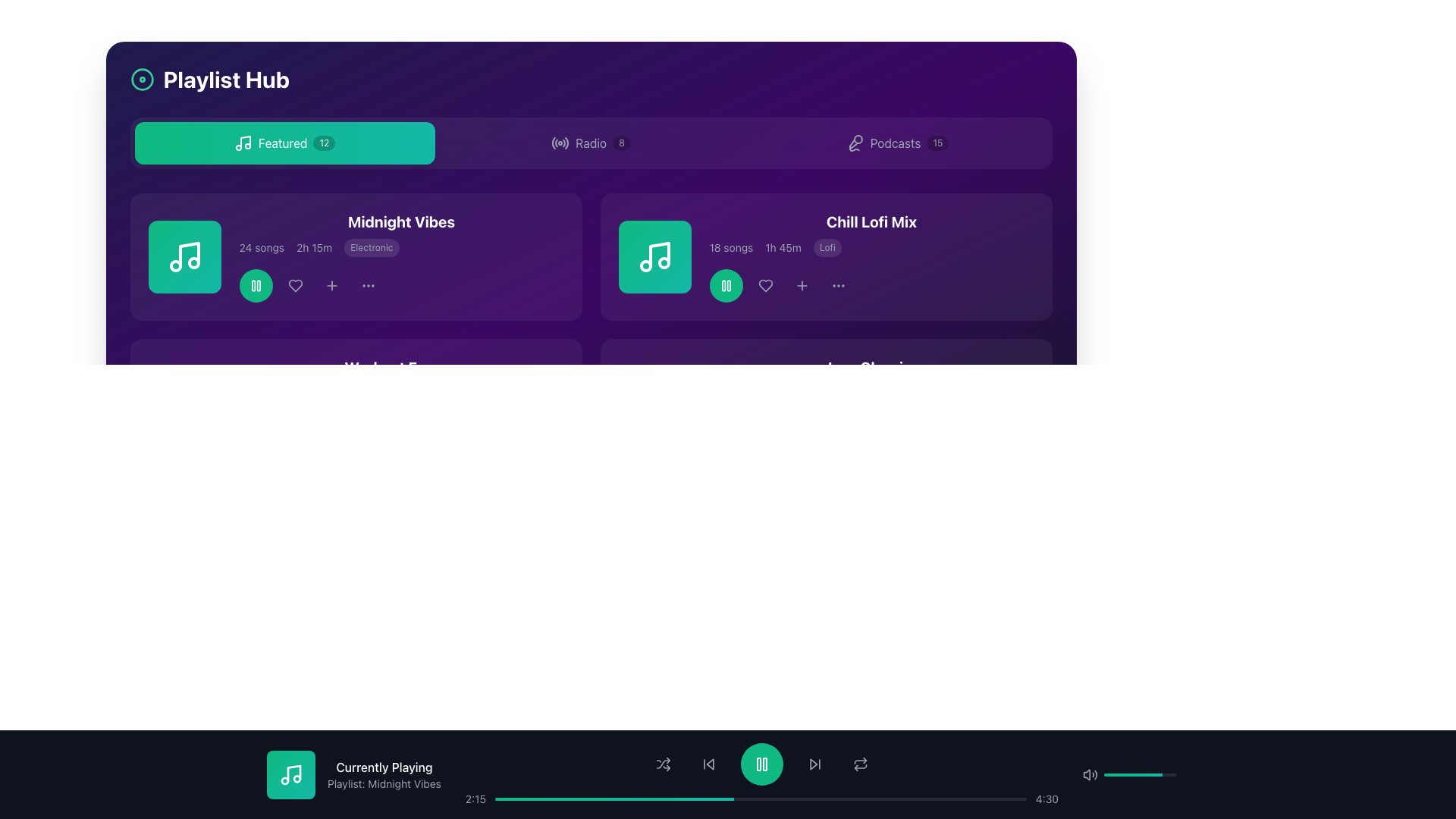 The height and width of the screenshot is (819, 1456). I want to click on the left-pointing triangular arrow icon located at the bottom left of the toolbar, so click(709, 764).